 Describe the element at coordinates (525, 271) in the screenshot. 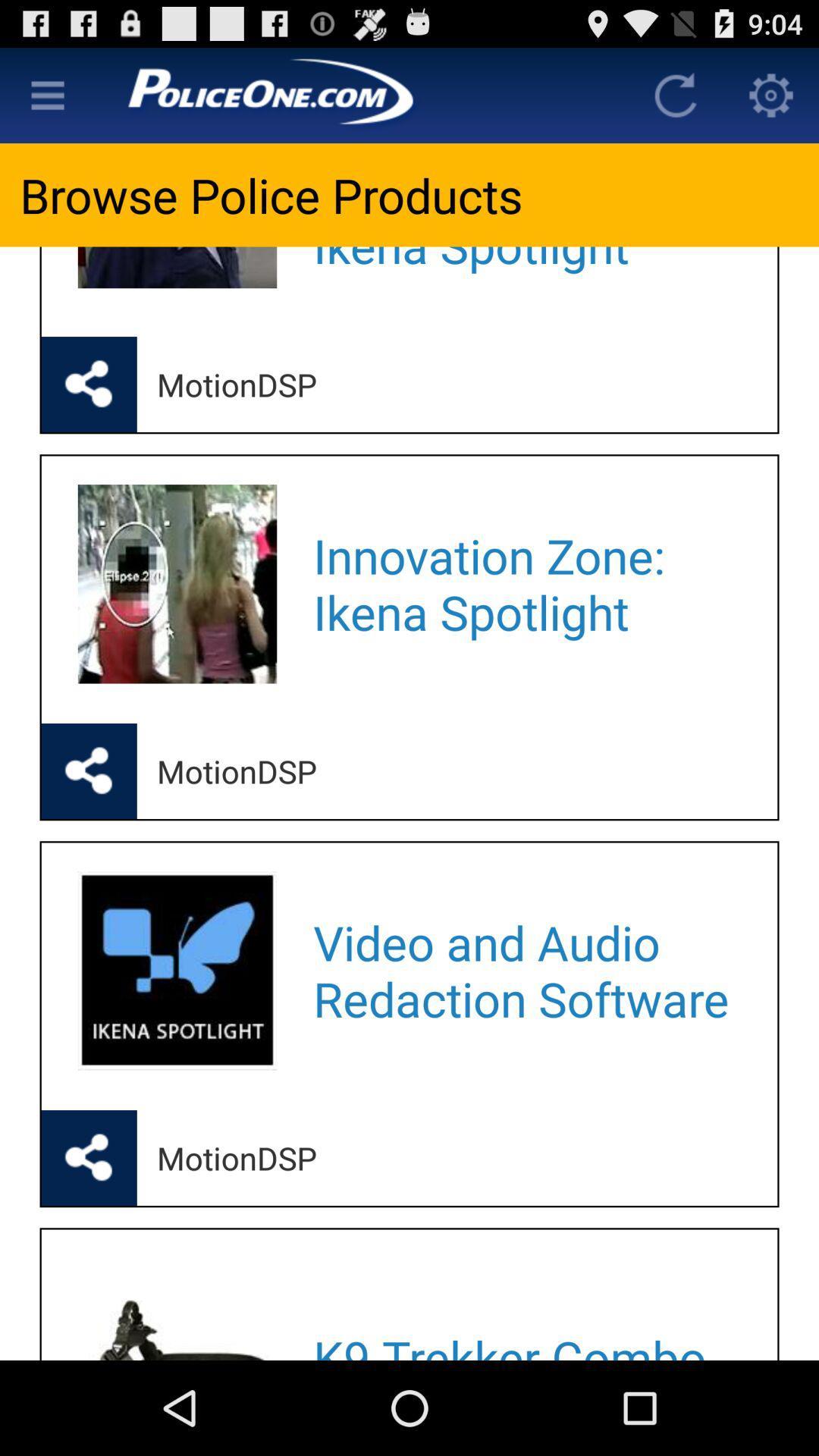

I see `the app below browse police products item` at that location.